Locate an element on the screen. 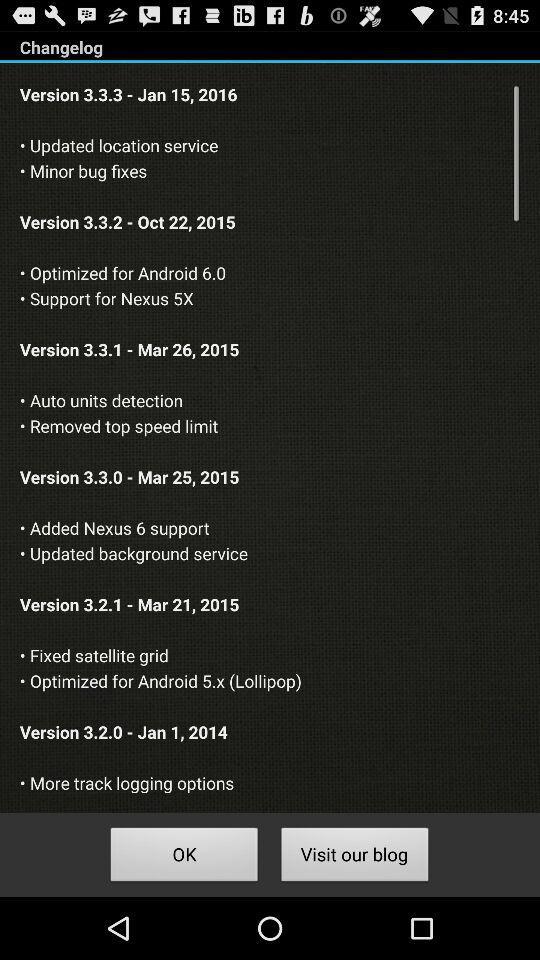 This screenshot has width=540, height=960. ok is located at coordinates (184, 856).